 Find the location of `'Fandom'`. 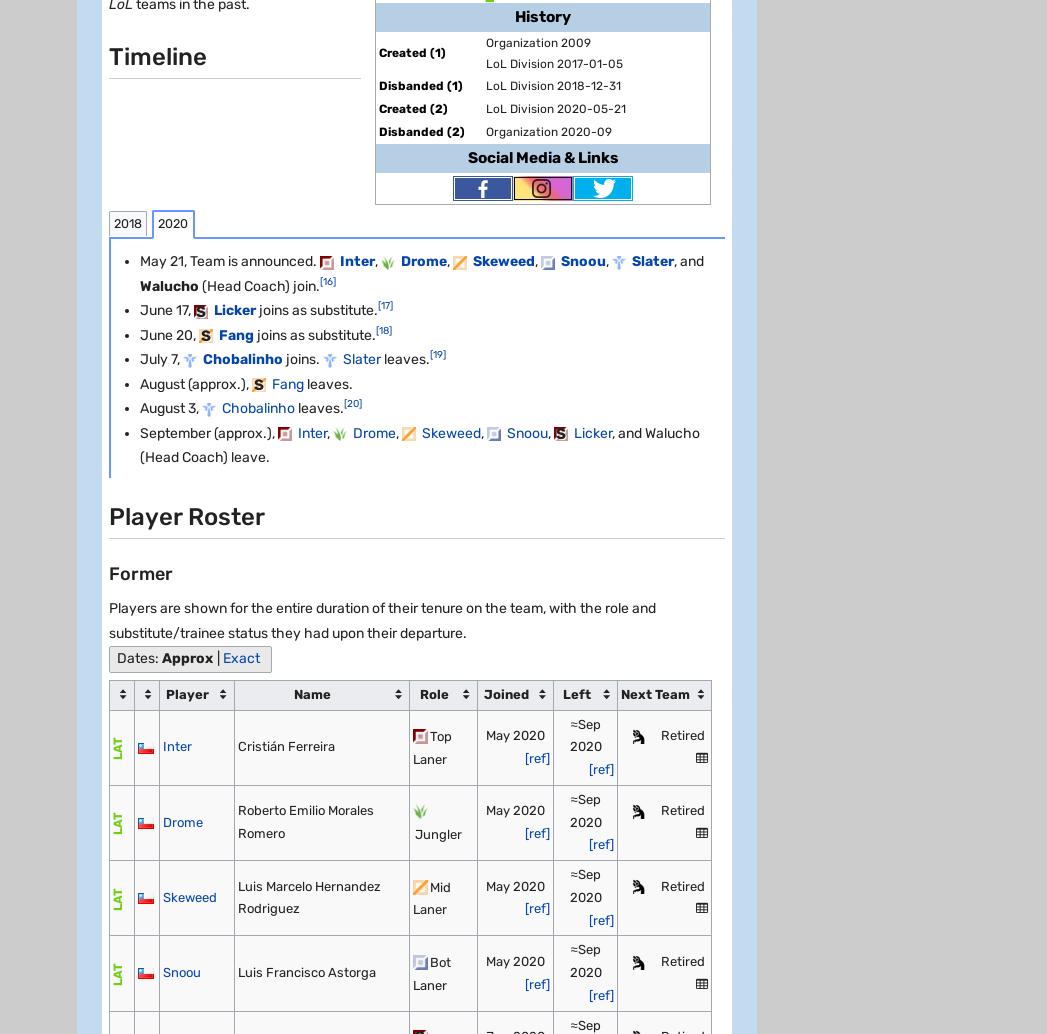

'Fandom' is located at coordinates (109, 511).